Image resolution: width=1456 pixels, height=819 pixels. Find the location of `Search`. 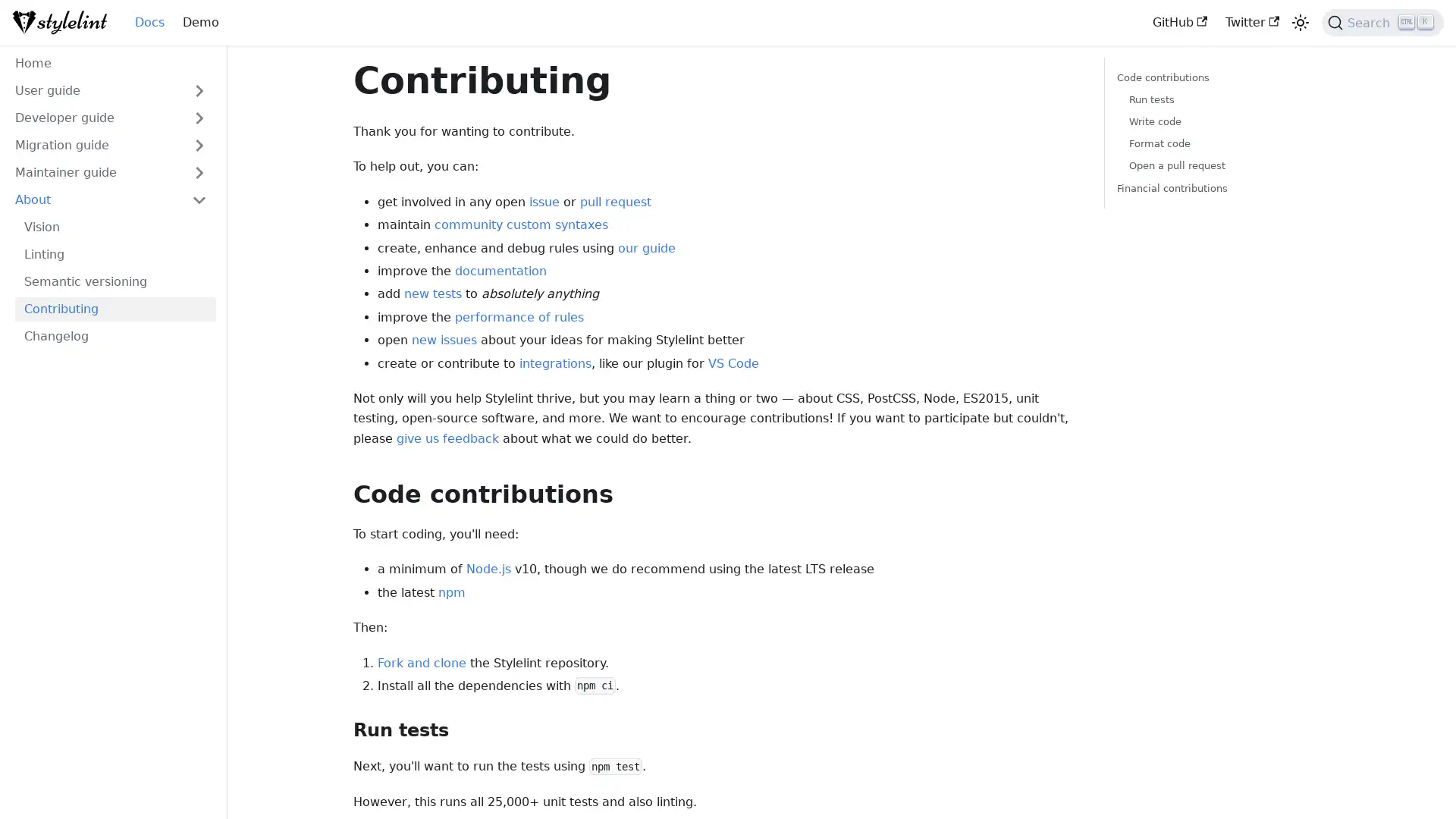

Search is located at coordinates (1382, 23).